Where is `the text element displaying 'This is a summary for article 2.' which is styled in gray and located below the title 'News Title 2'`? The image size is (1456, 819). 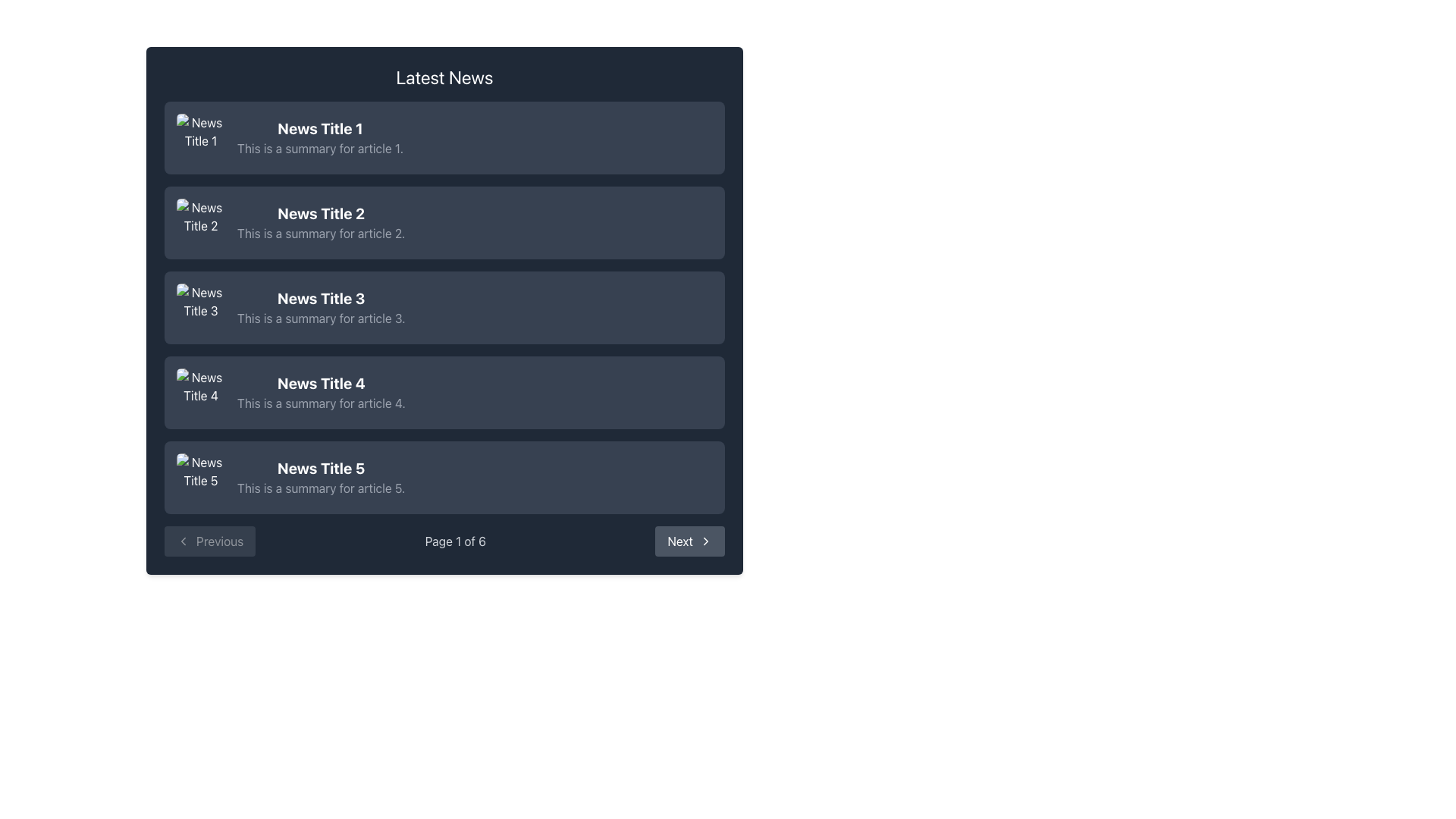
the text element displaying 'This is a summary for article 2.' which is styled in gray and located below the title 'News Title 2' is located at coordinates (320, 234).